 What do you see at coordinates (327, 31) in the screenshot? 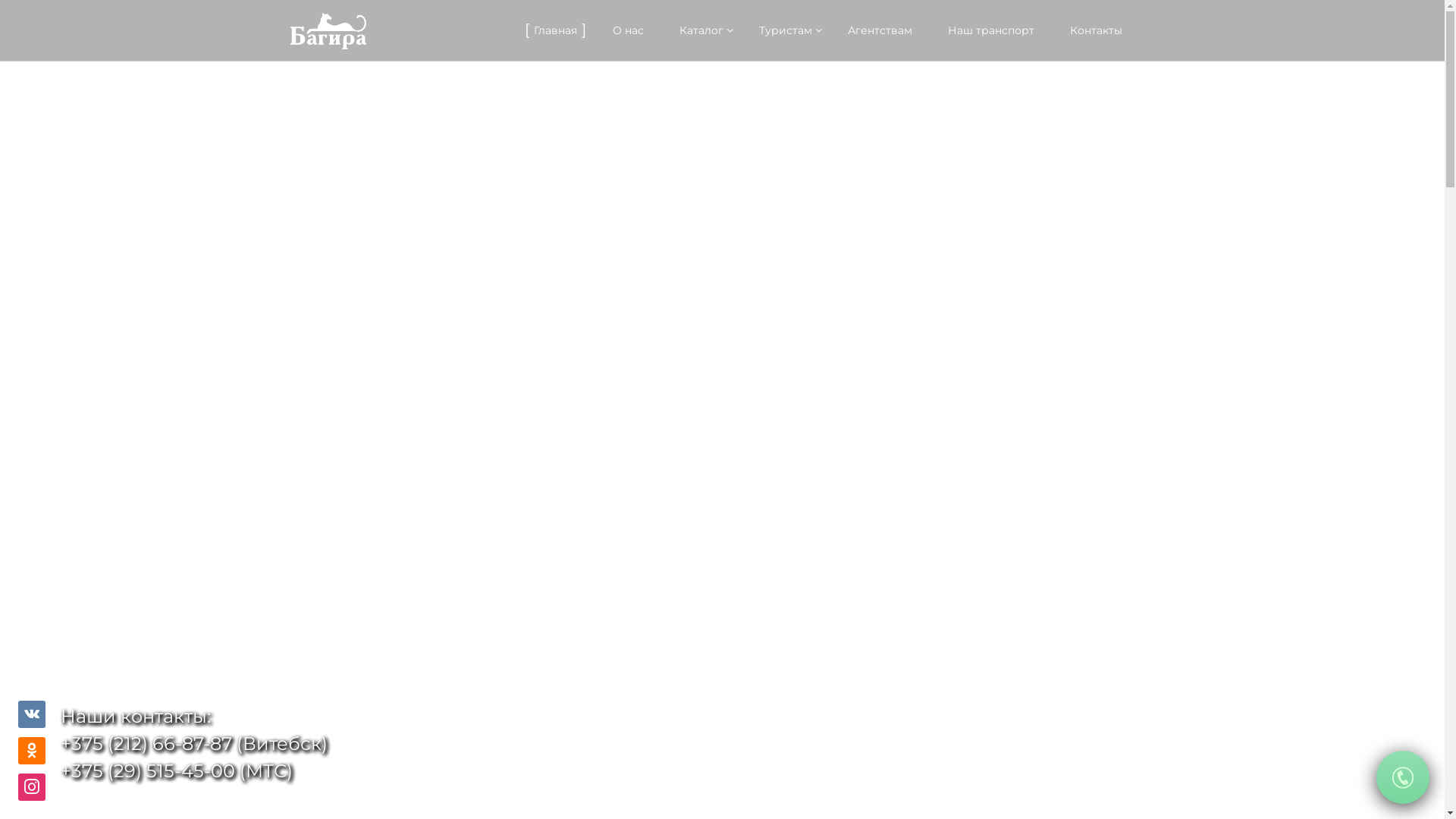
I see `'Logo'` at bounding box center [327, 31].